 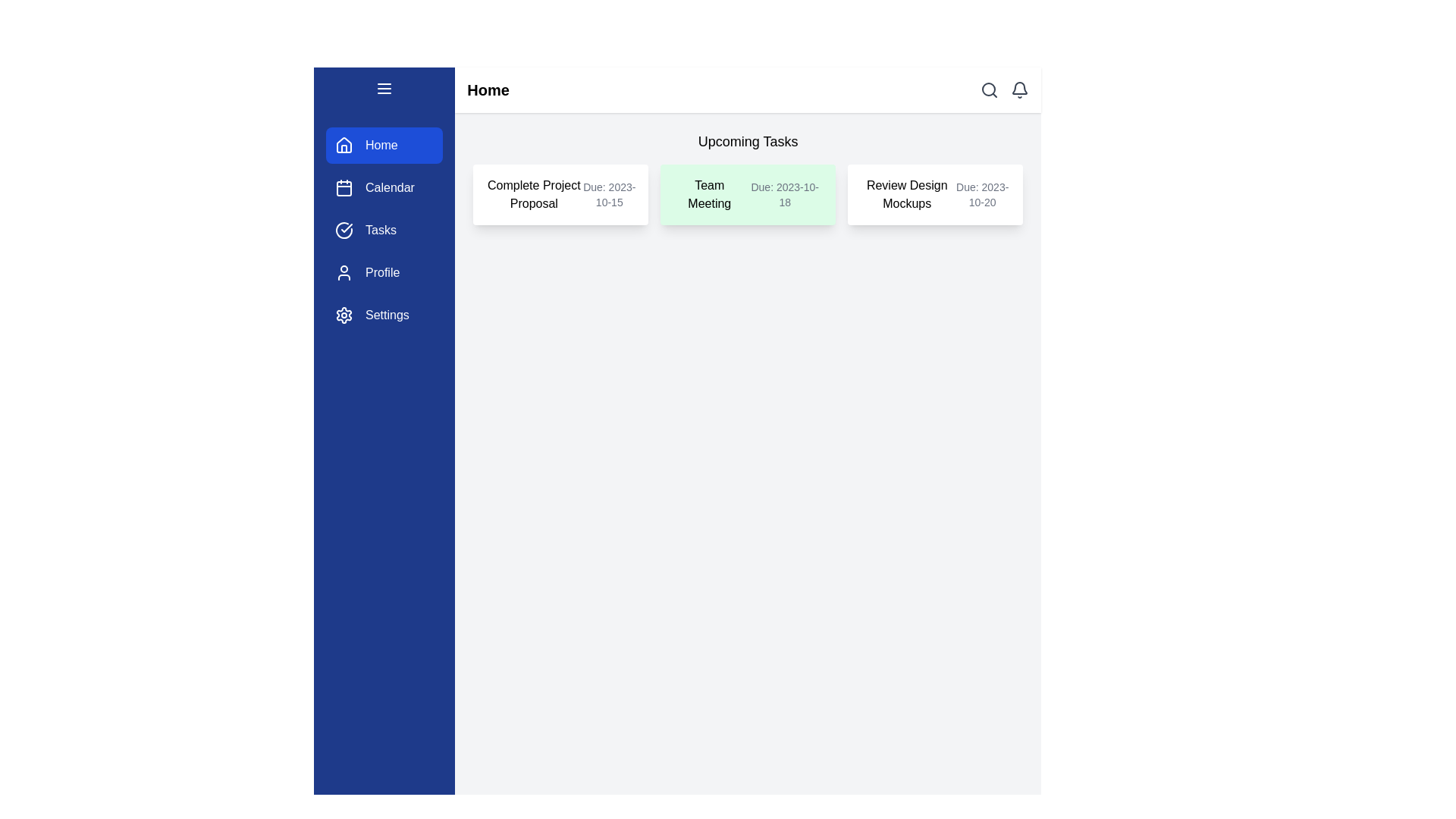 I want to click on the SVG Circle element that represents the inner circle of a search icon located at the top-right corner of the header bar layout, so click(x=989, y=89).